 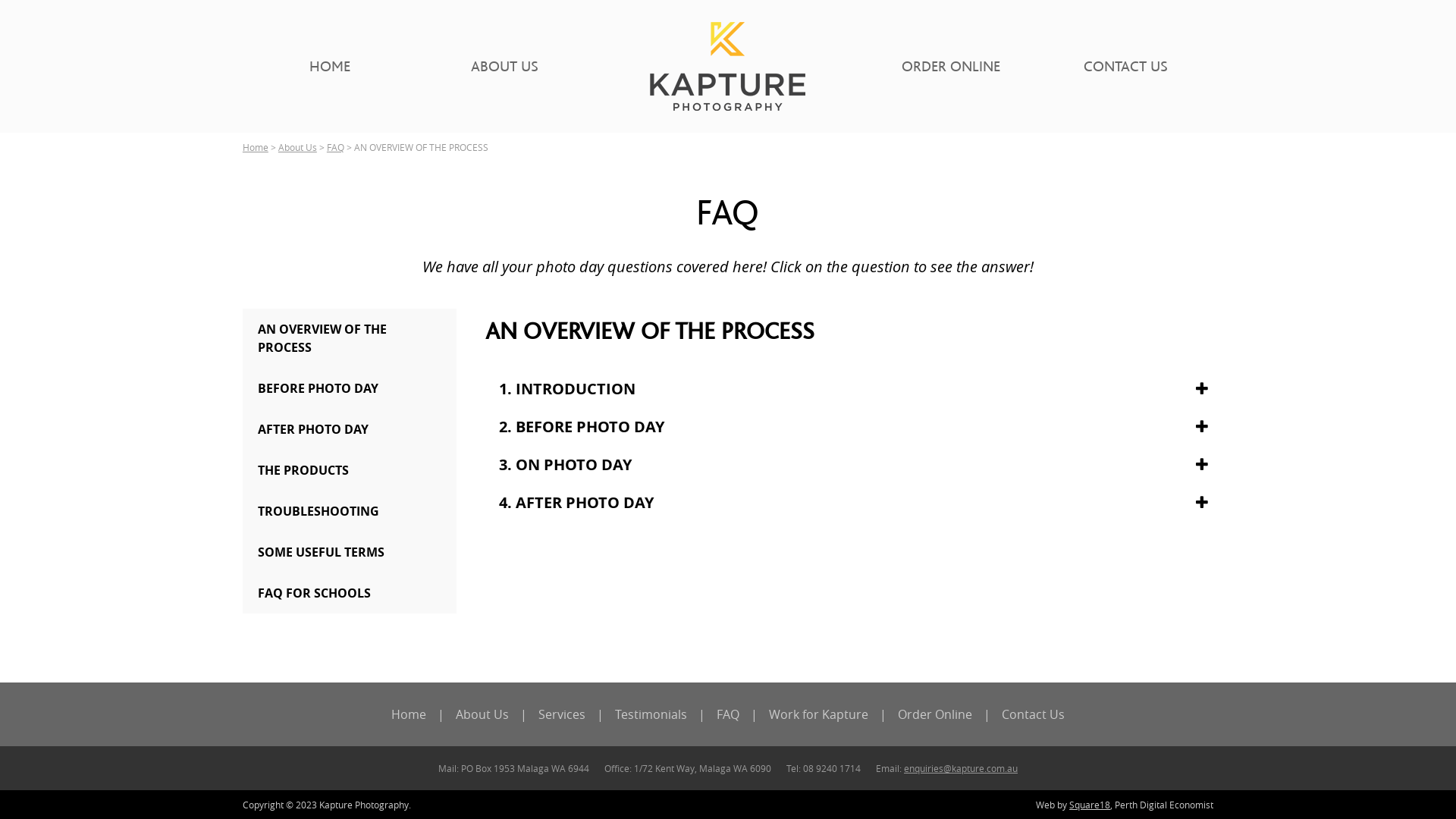 What do you see at coordinates (651, 714) in the screenshot?
I see `'Testimonials'` at bounding box center [651, 714].